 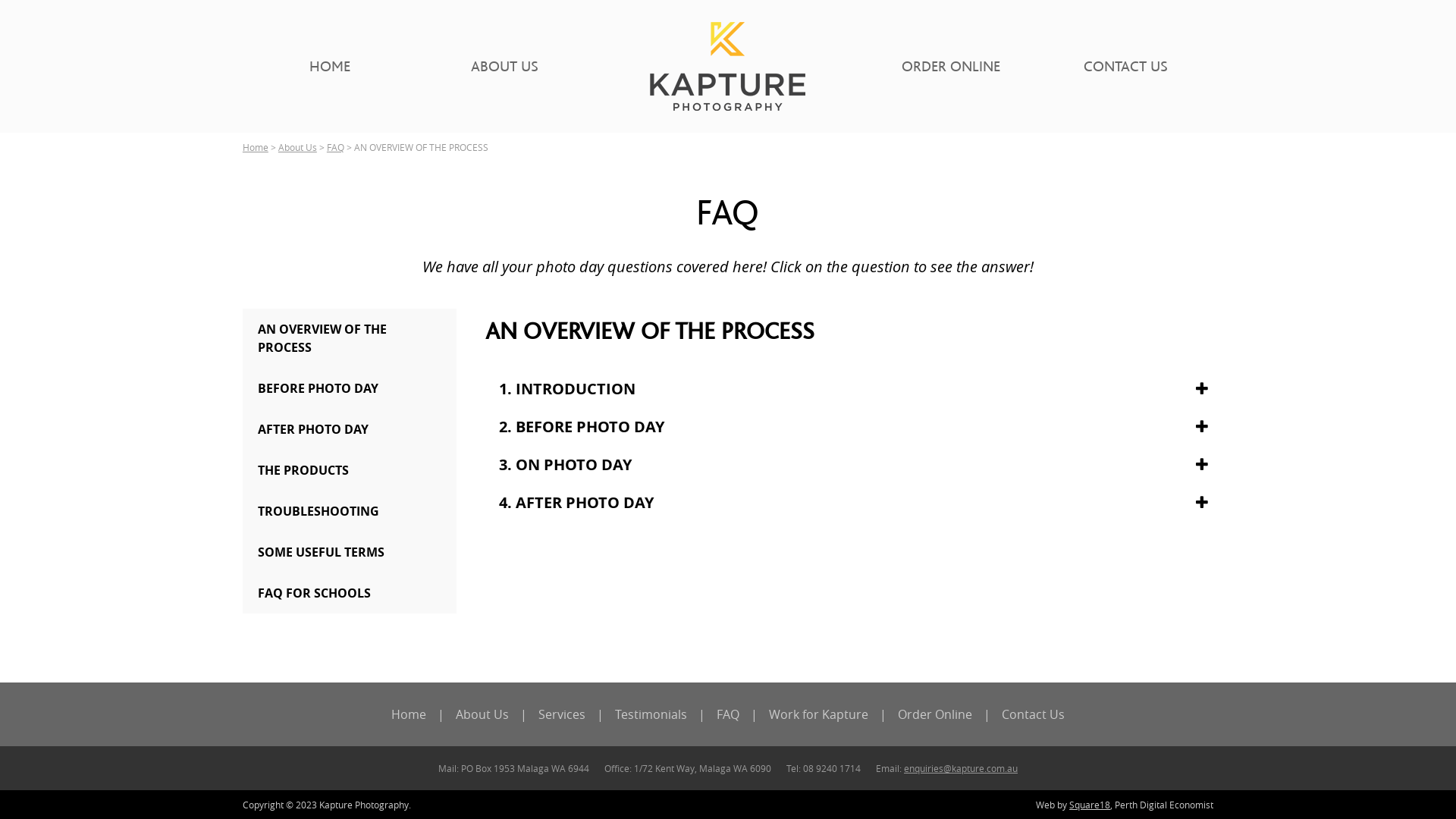 What do you see at coordinates (651, 714) in the screenshot?
I see `'Testimonials'` at bounding box center [651, 714].